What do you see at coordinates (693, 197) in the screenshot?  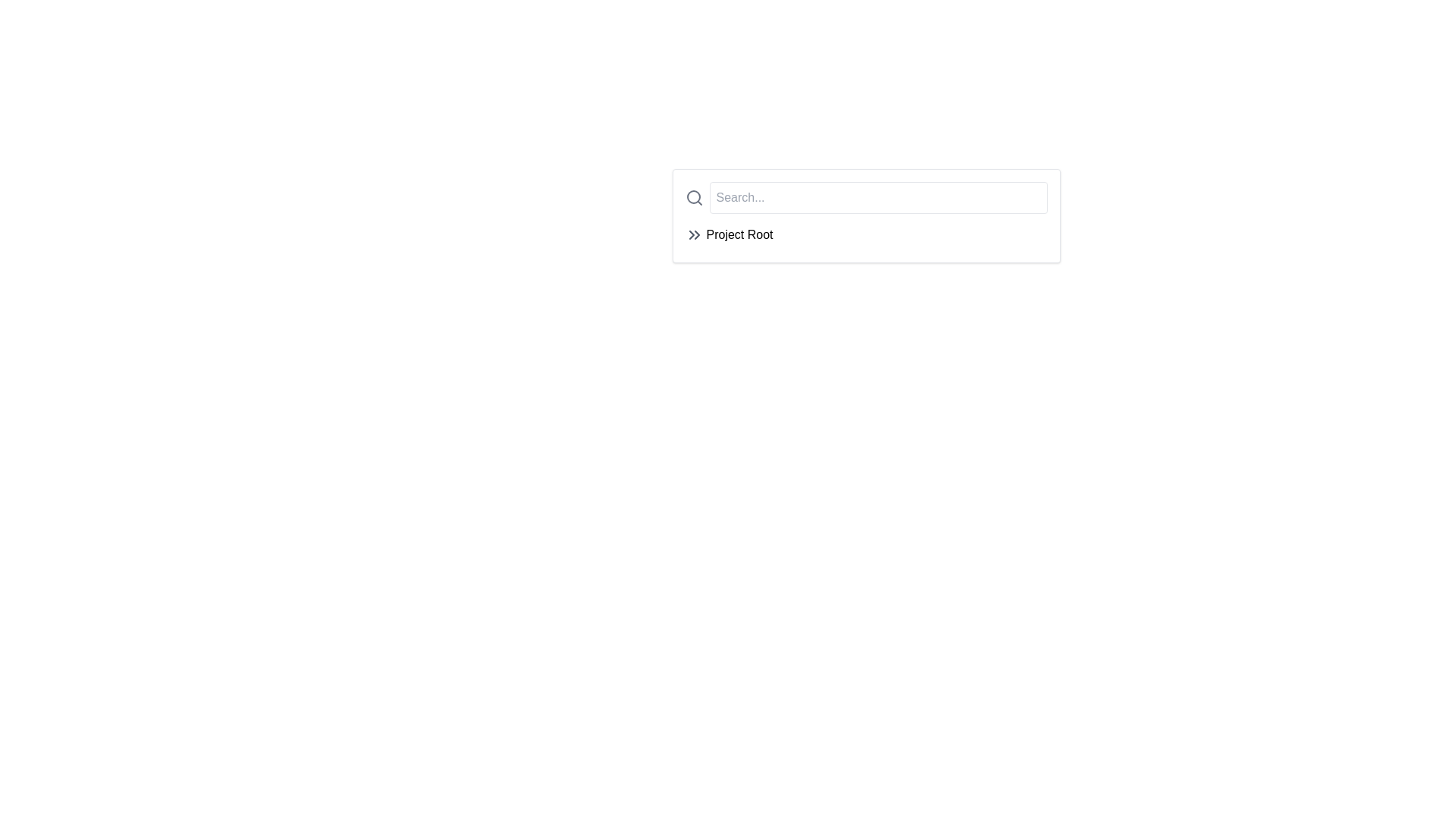 I see `the search icon located to the immediate left of the search input field, which visually represents the search functionality` at bounding box center [693, 197].